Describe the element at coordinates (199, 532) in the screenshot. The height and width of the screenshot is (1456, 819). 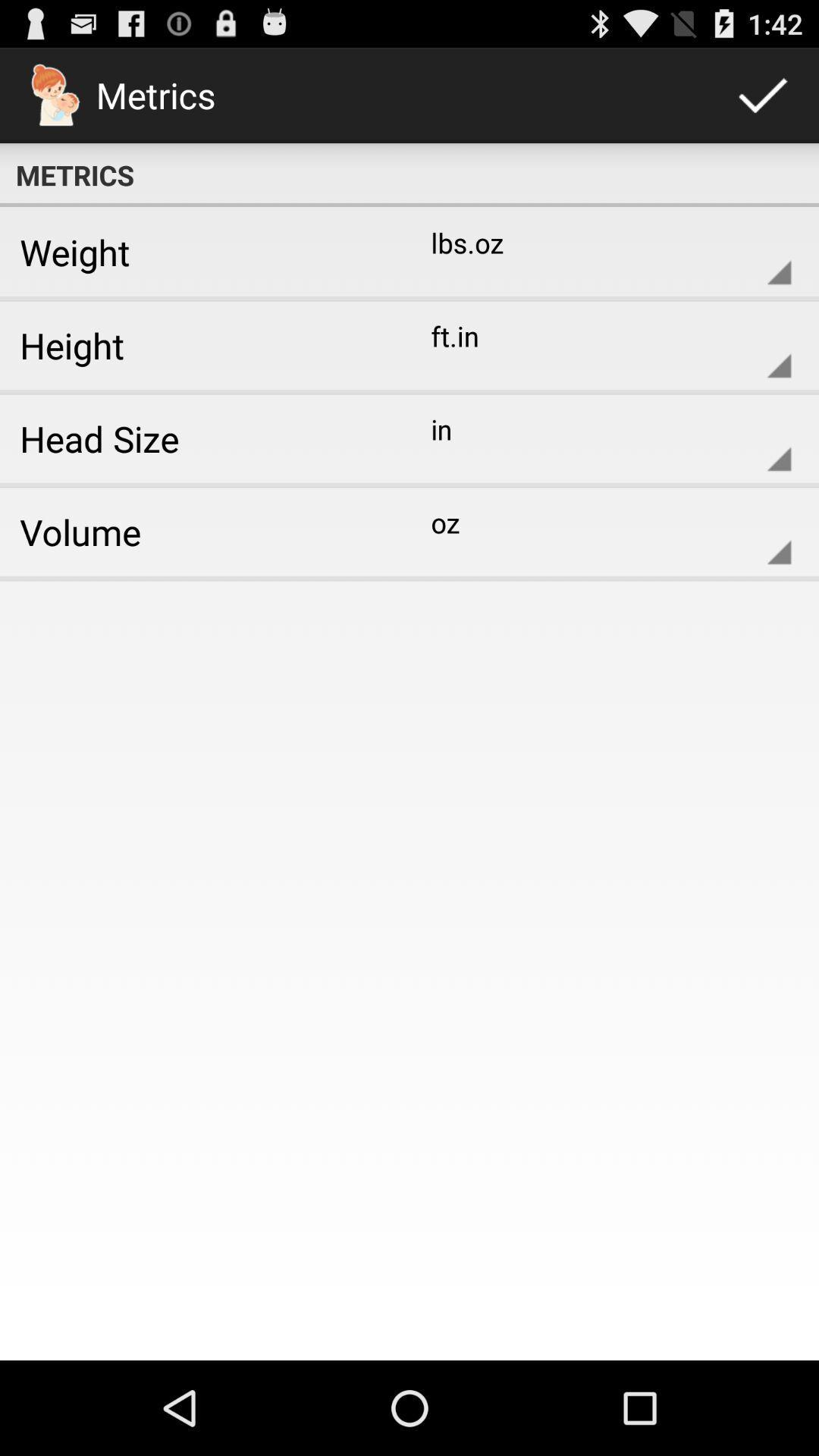
I see `item to the left of oz app` at that location.